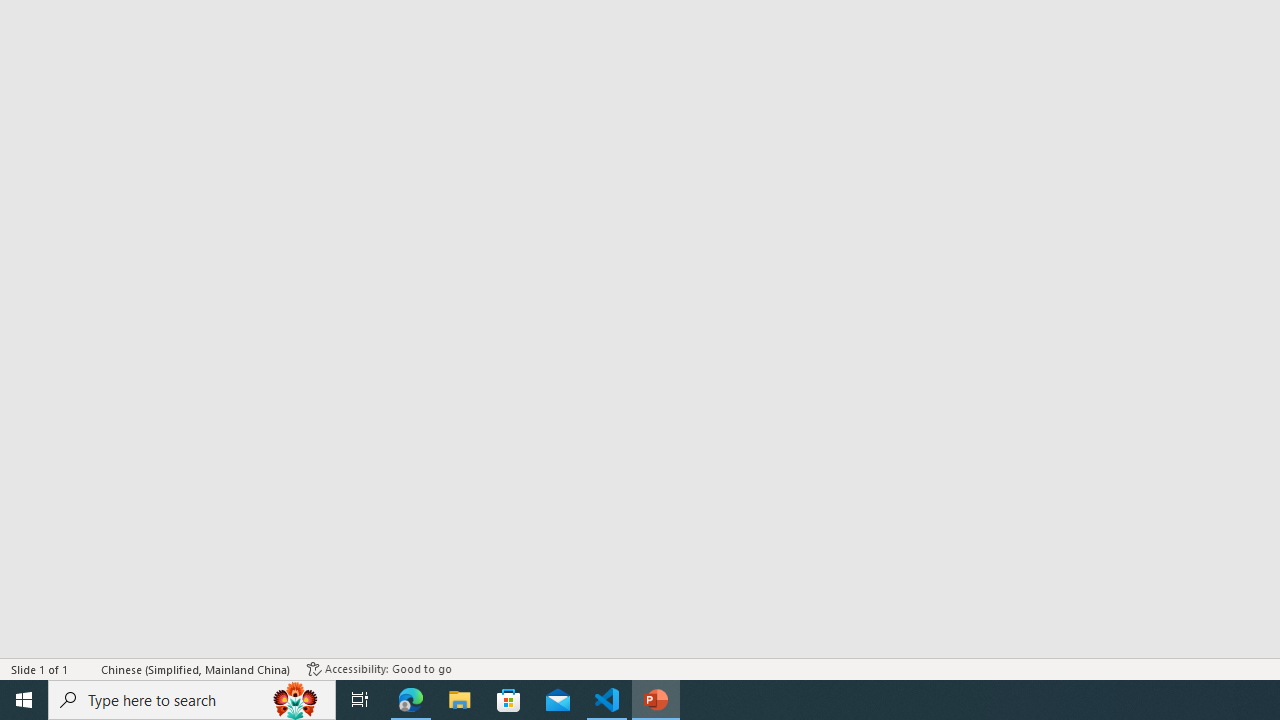 The height and width of the screenshot is (720, 1280). What do you see at coordinates (509, 698) in the screenshot?
I see `'Microsoft Store'` at bounding box center [509, 698].